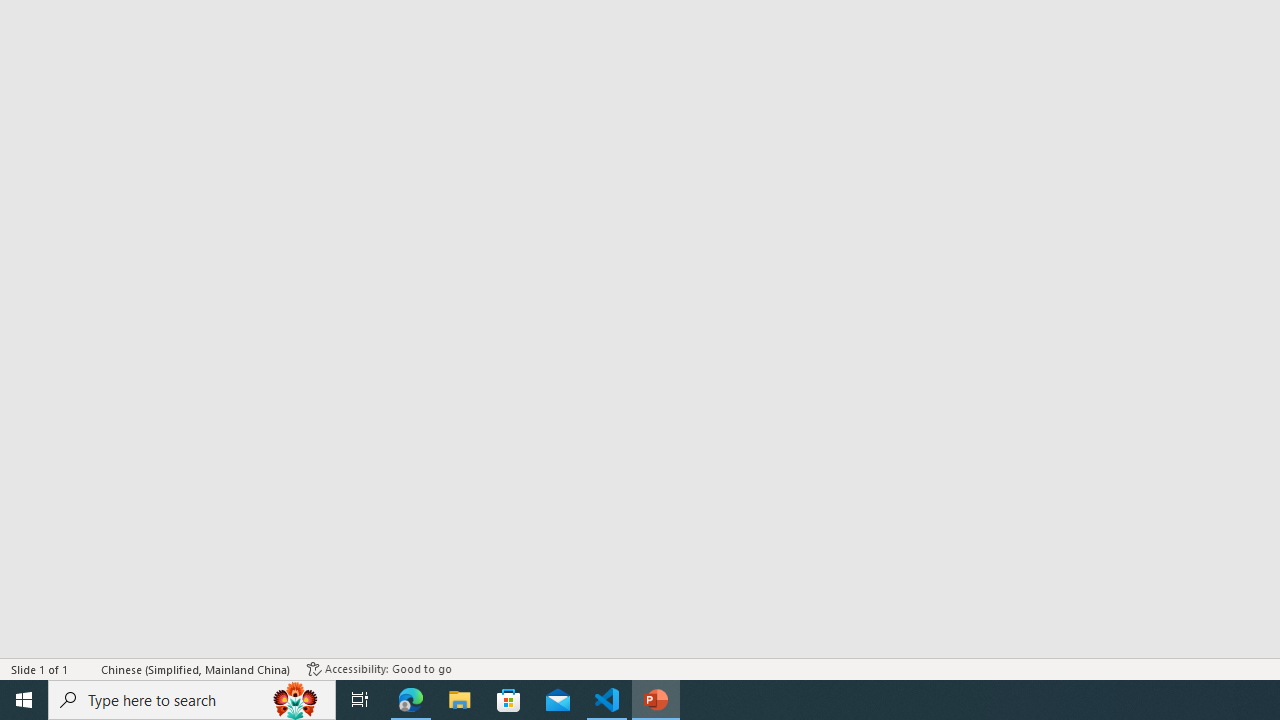 The height and width of the screenshot is (720, 1280). What do you see at coordinates (509, 698) in the screenshot?
I see `'Microsoft Store'` at bounding box center [509, 698].